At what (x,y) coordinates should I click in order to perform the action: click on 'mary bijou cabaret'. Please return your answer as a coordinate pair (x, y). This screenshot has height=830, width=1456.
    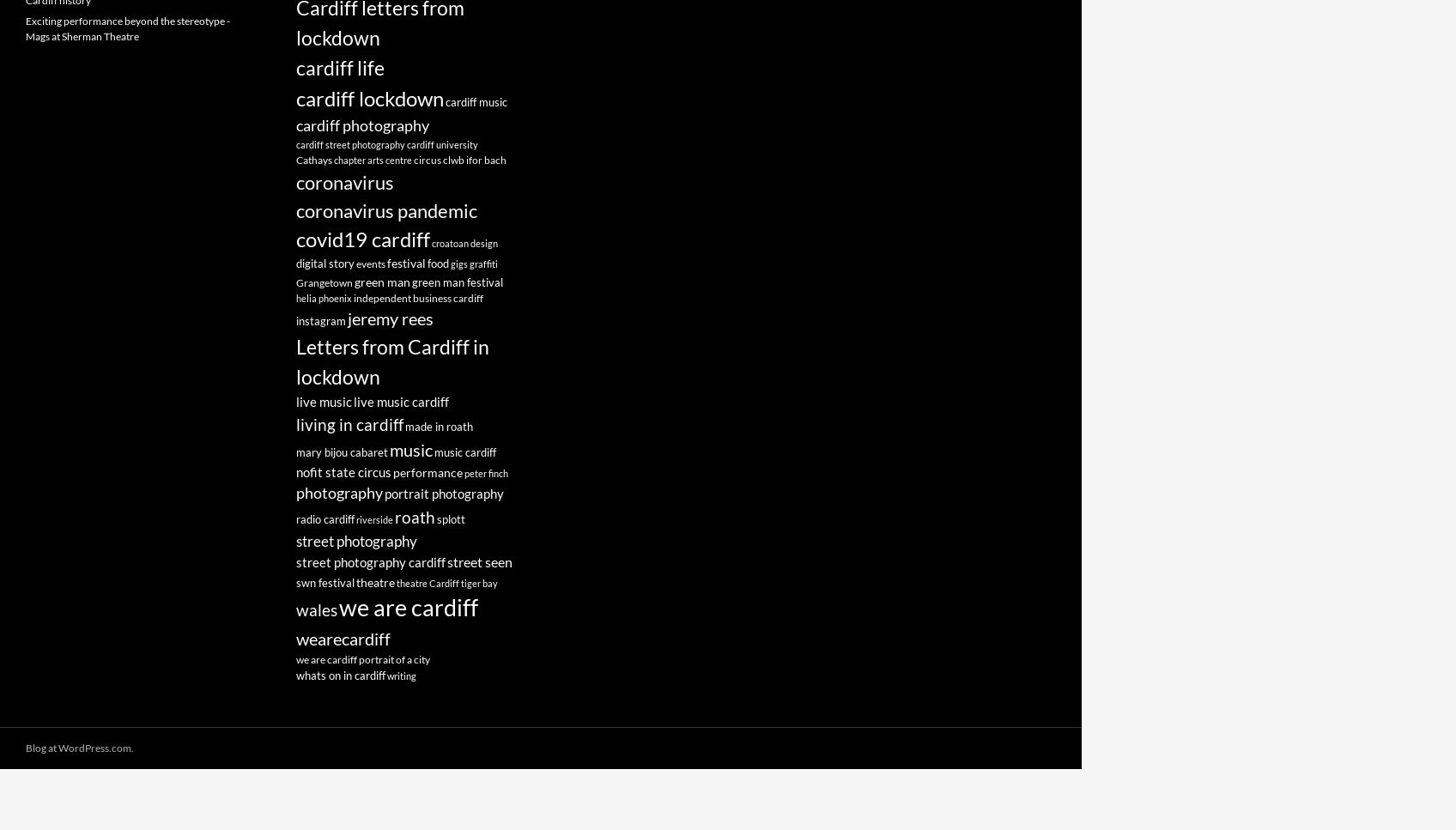
    Looking at the image, I should click on (341, 452).